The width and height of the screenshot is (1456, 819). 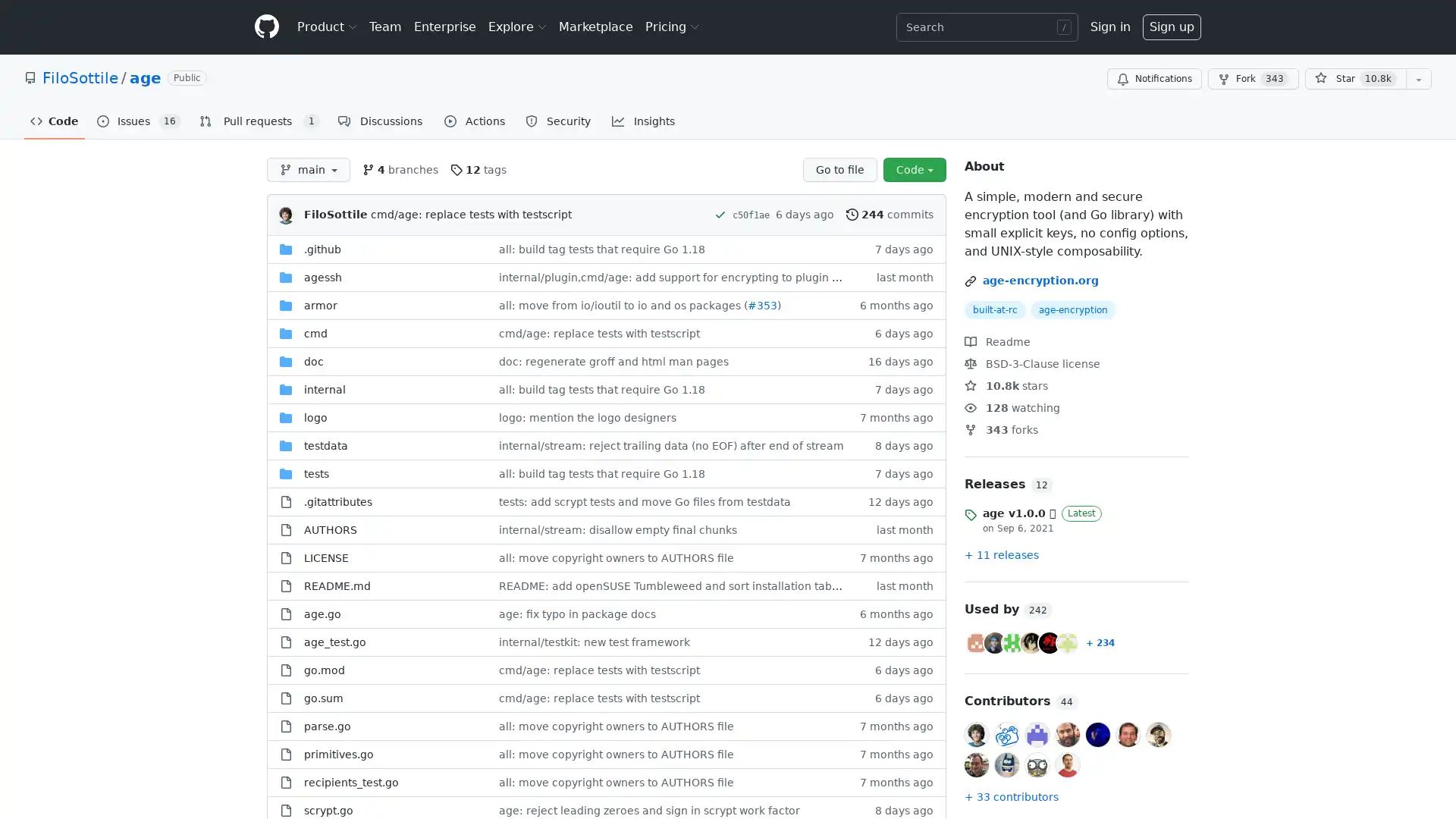 What do you see at coordinates (1418, 79) in the screenshot?
I see `You must be signed in to add this repository to a list` at bounding box center [1418, 79].